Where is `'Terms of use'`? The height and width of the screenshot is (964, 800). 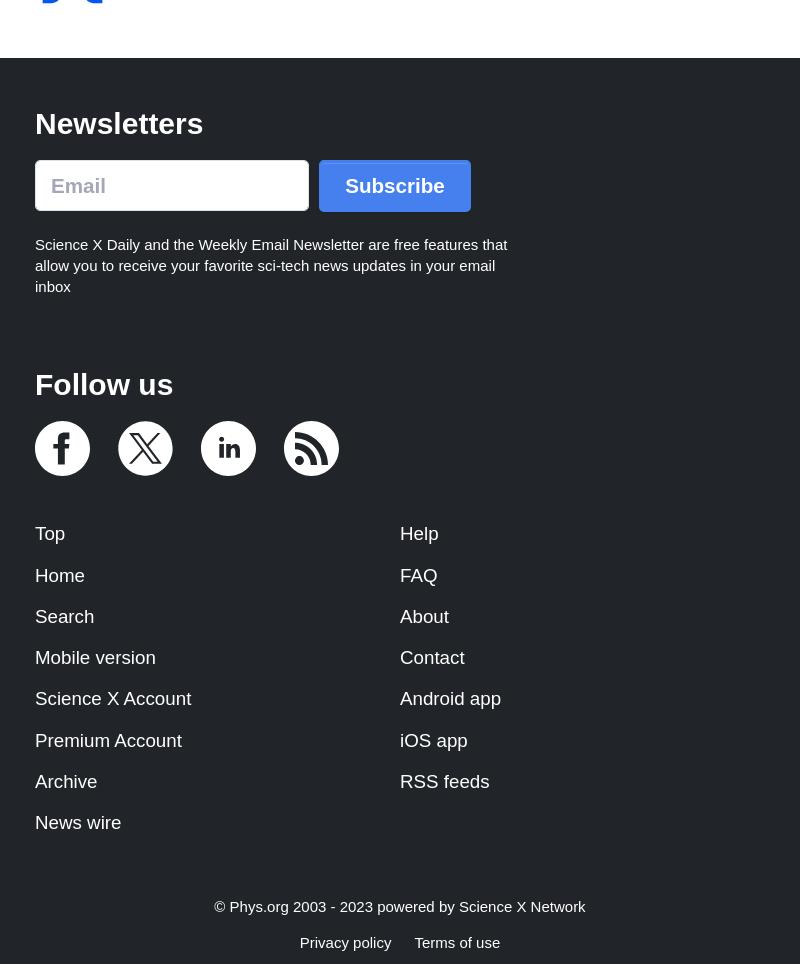 'Terms of use' is located at coordinates (456, 942).